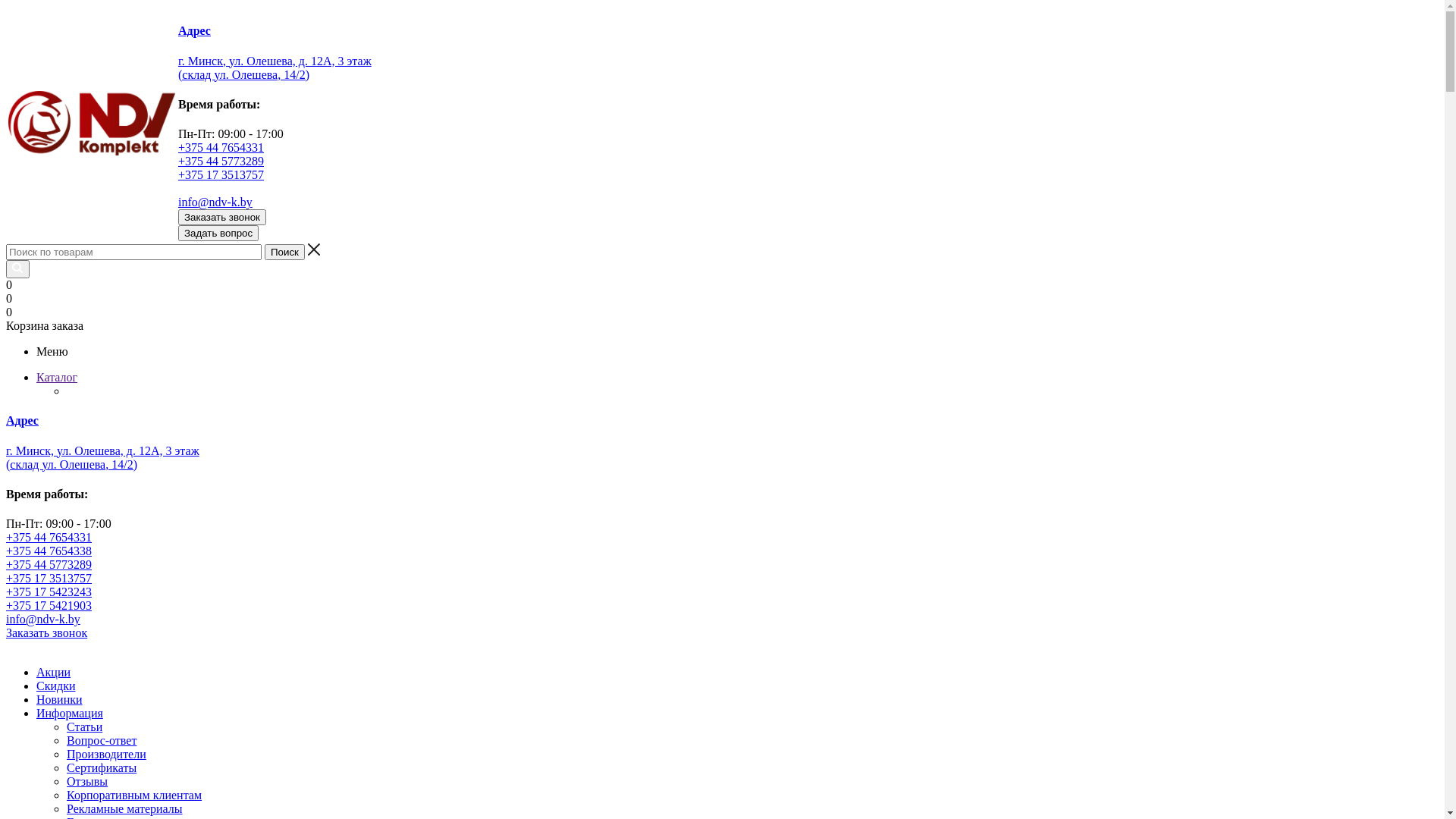 This screenshot has width=1456, height=819. I want to click on '+375 44 5773289', so click(178, 161).